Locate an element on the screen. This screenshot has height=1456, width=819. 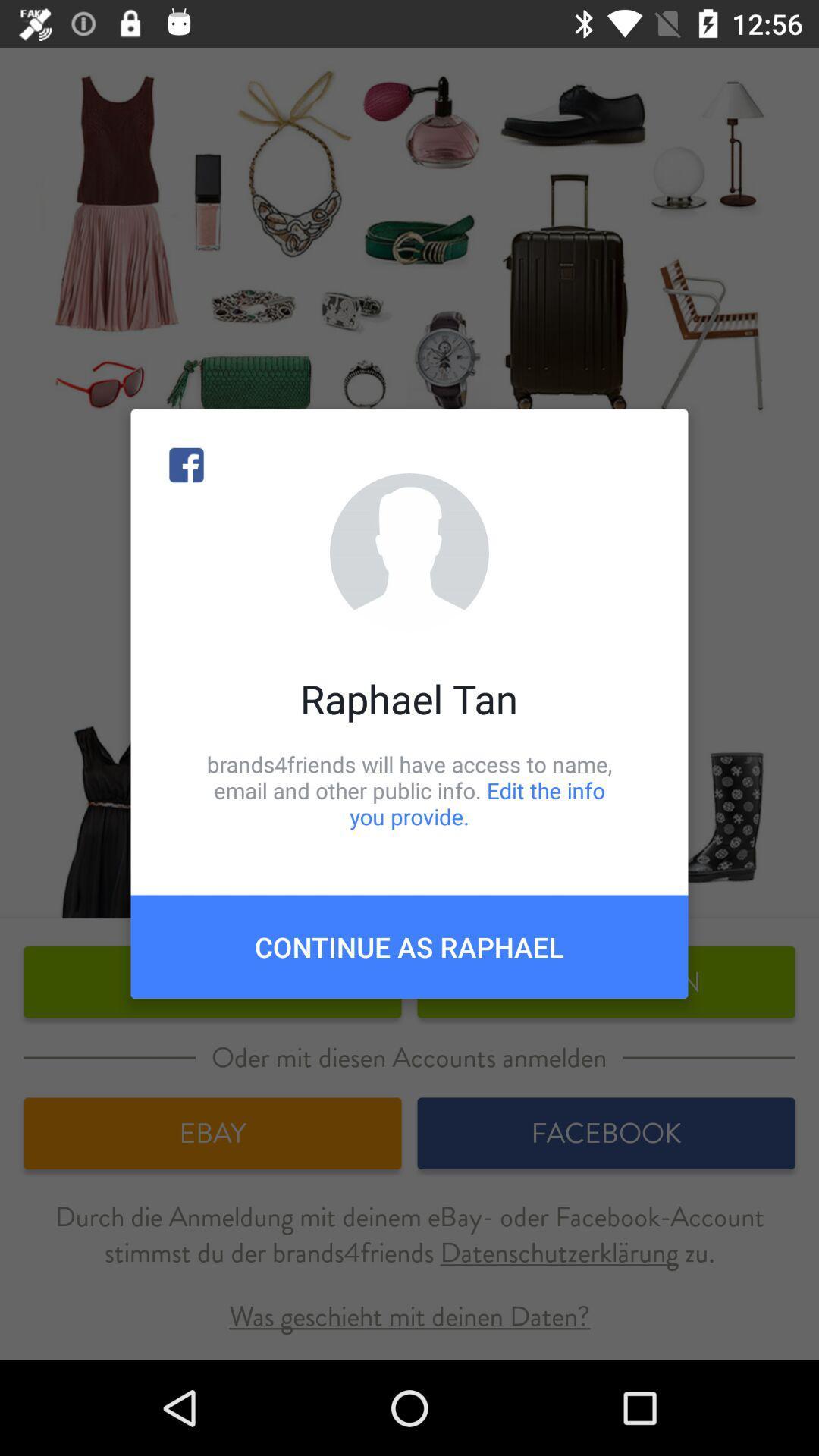
continue as raphael is located at coordinates (409, 946).